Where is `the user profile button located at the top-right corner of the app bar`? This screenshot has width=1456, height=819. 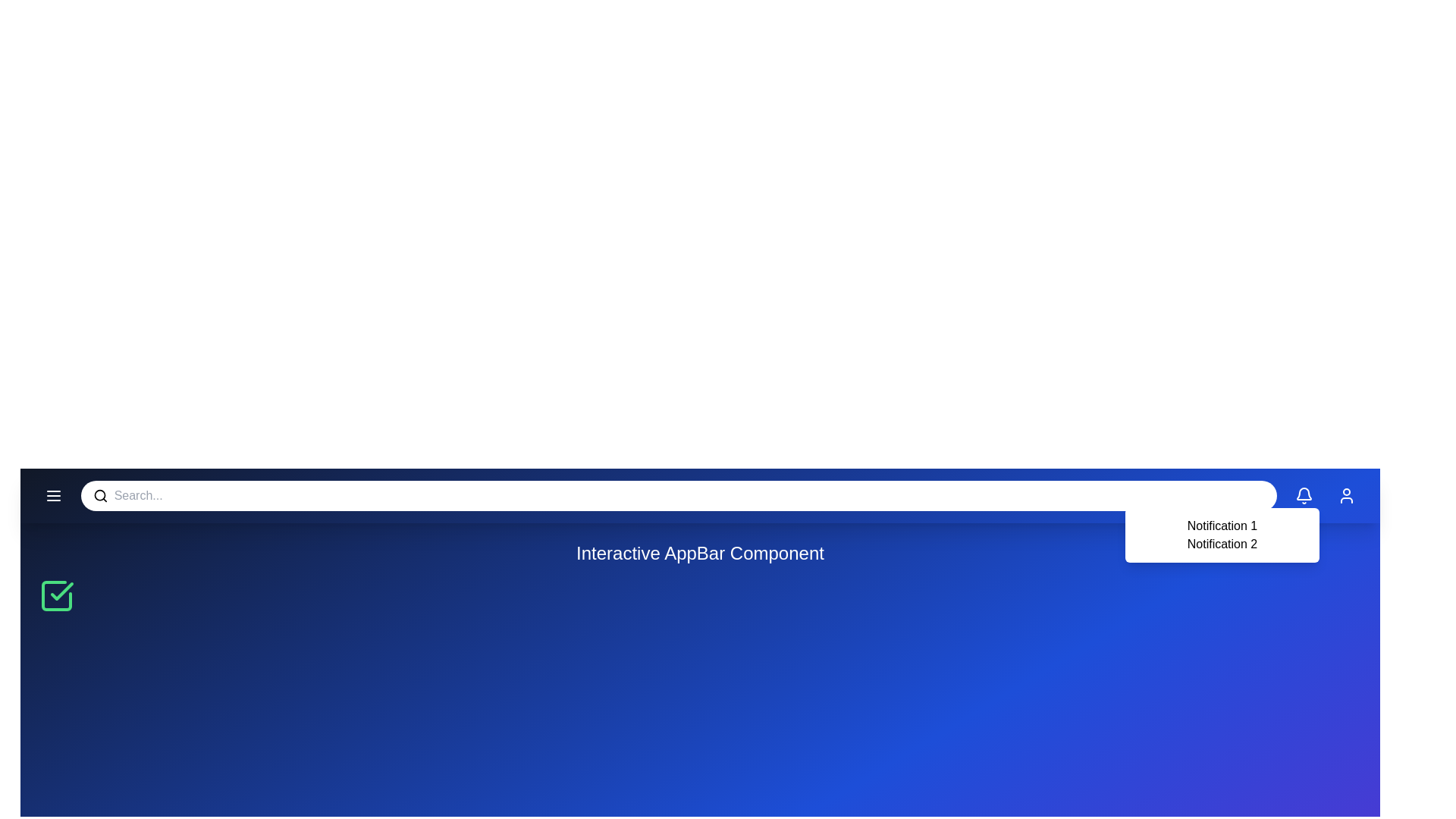 the user profile button located at the top-right corner of the app bar is located at coordinates (1347, 496).